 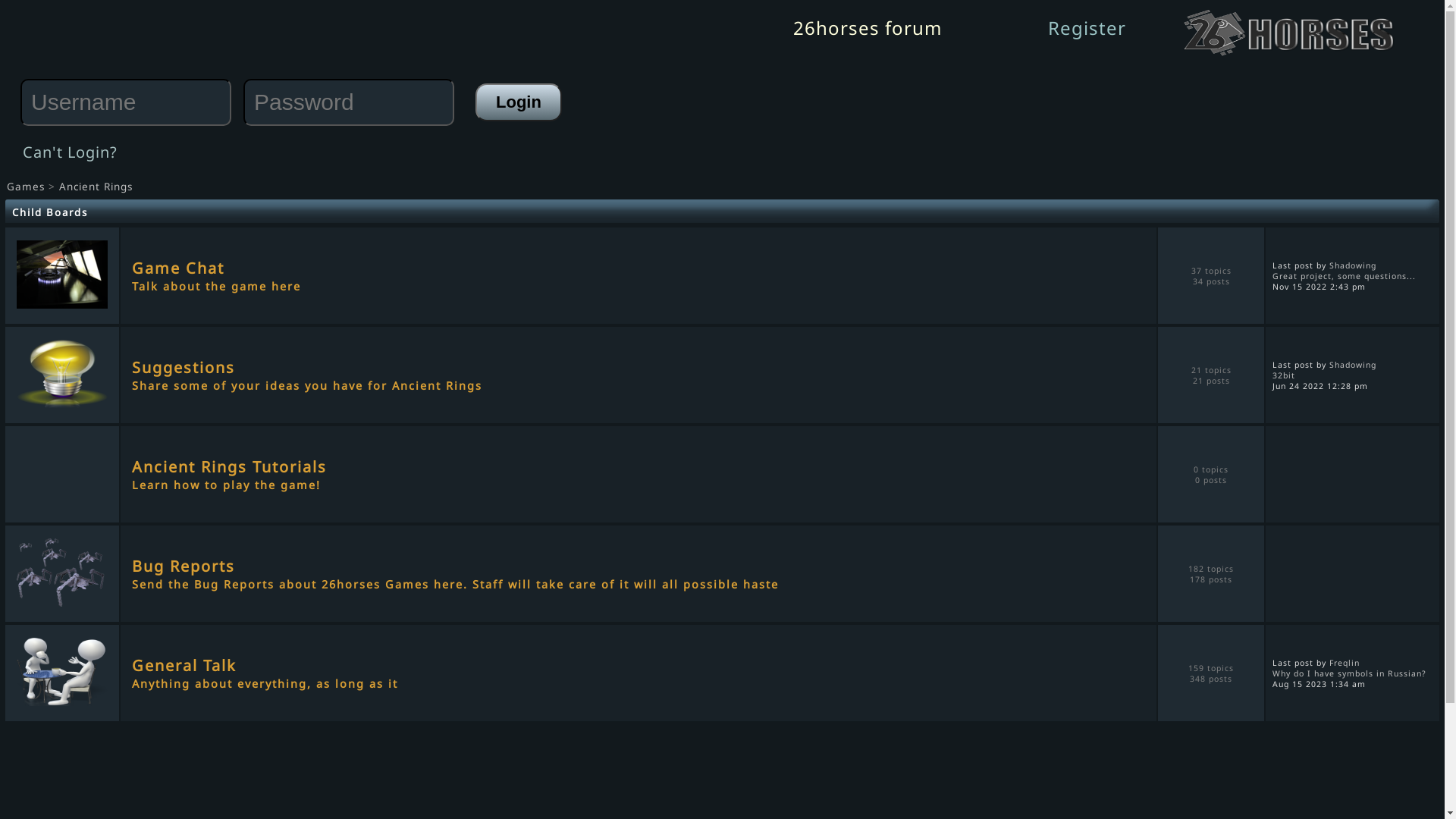 What do you see at coordinates (1344, 661) in the screenshot?
I see `'Freqlin'` at bounding box center [1344, 661].